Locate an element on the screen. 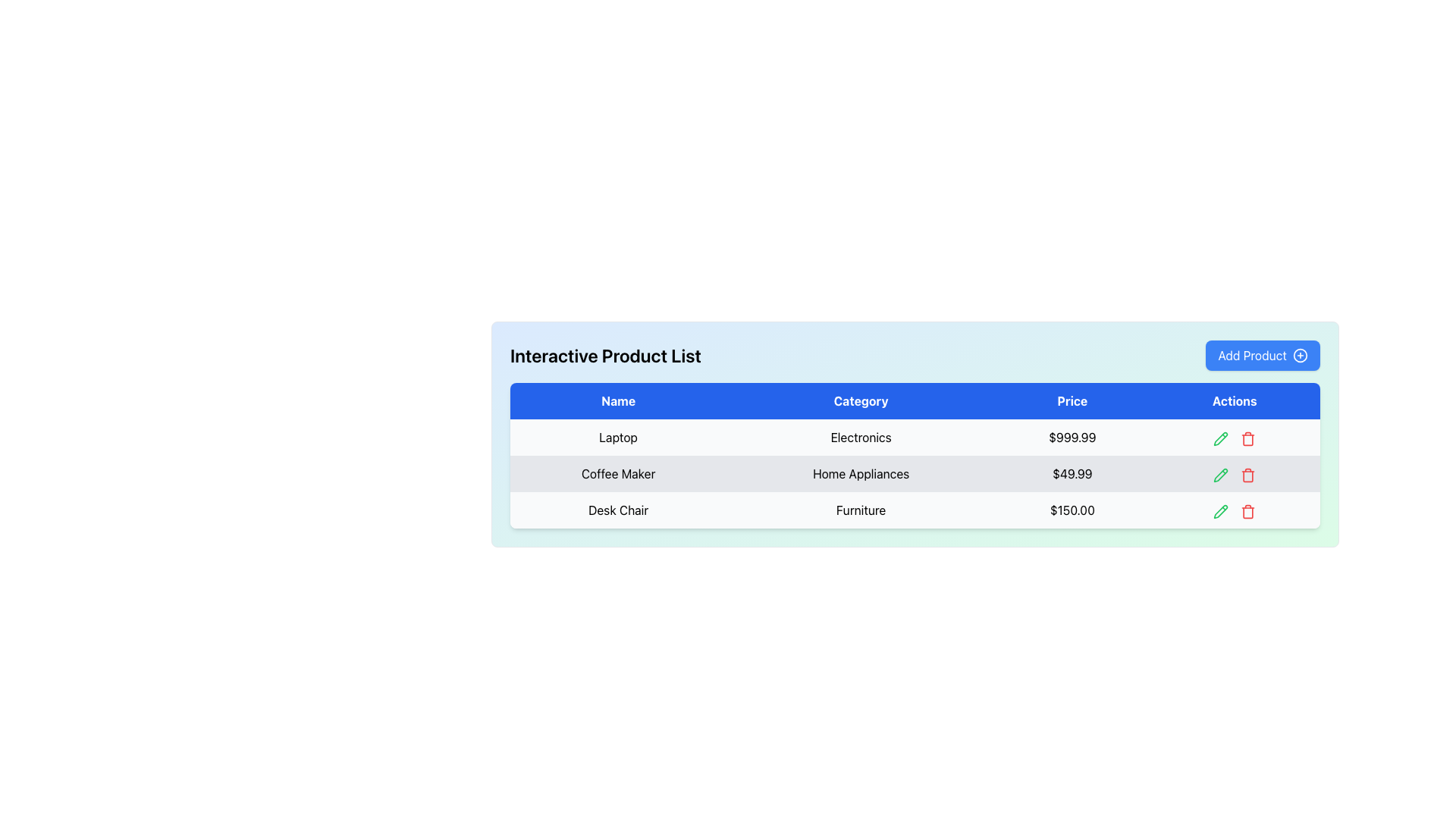 The image size is (1456, 819). the trash icon button located in the 'Actions' column of the first row in the product listing is located at coordinates (1248, 438).